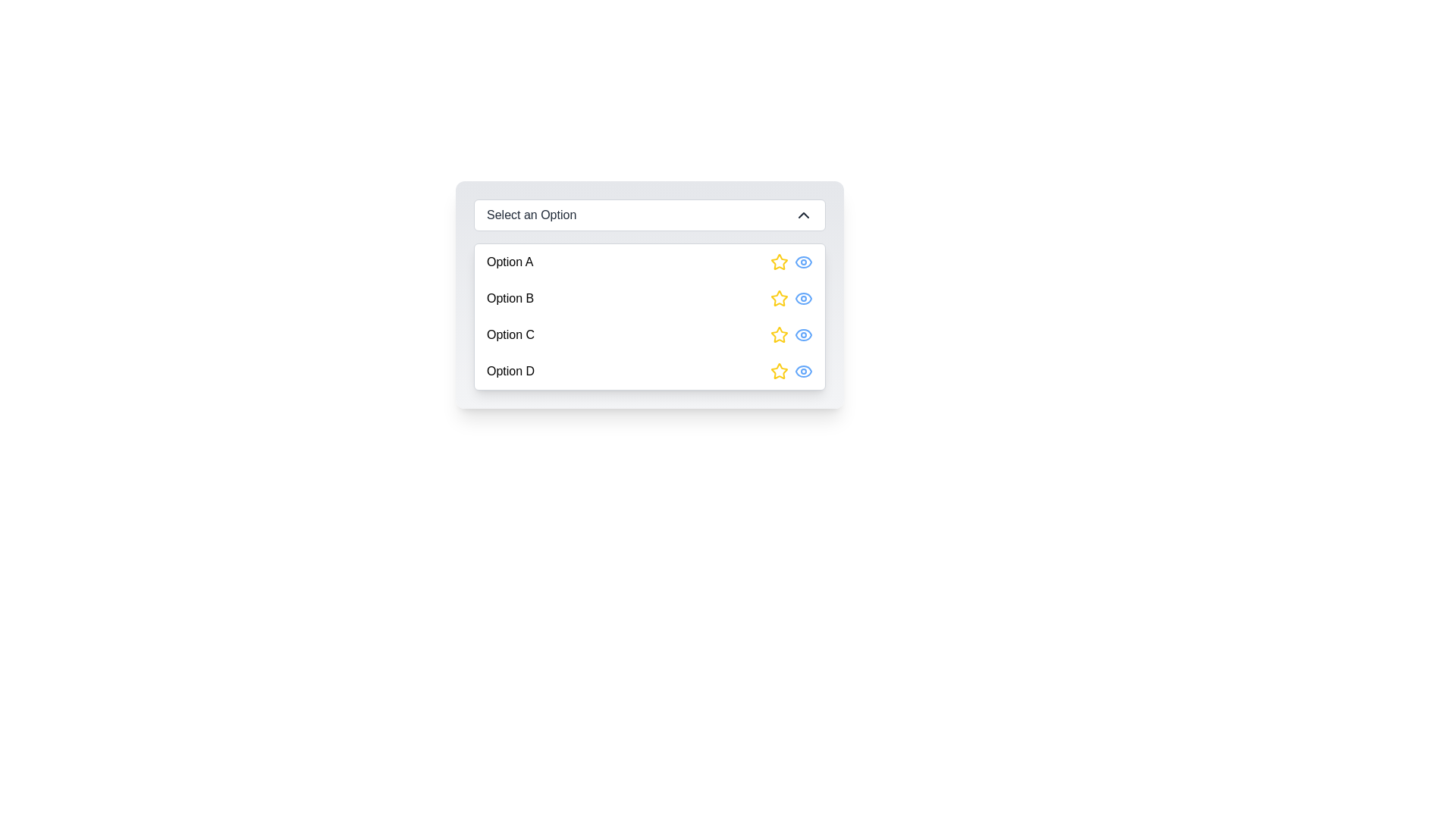 The width and height of the screenshot is (1456, 819). Describe the element at coordinates (650, 295) in the screenshot. I see `the second option in the dropdown menu` at that location.